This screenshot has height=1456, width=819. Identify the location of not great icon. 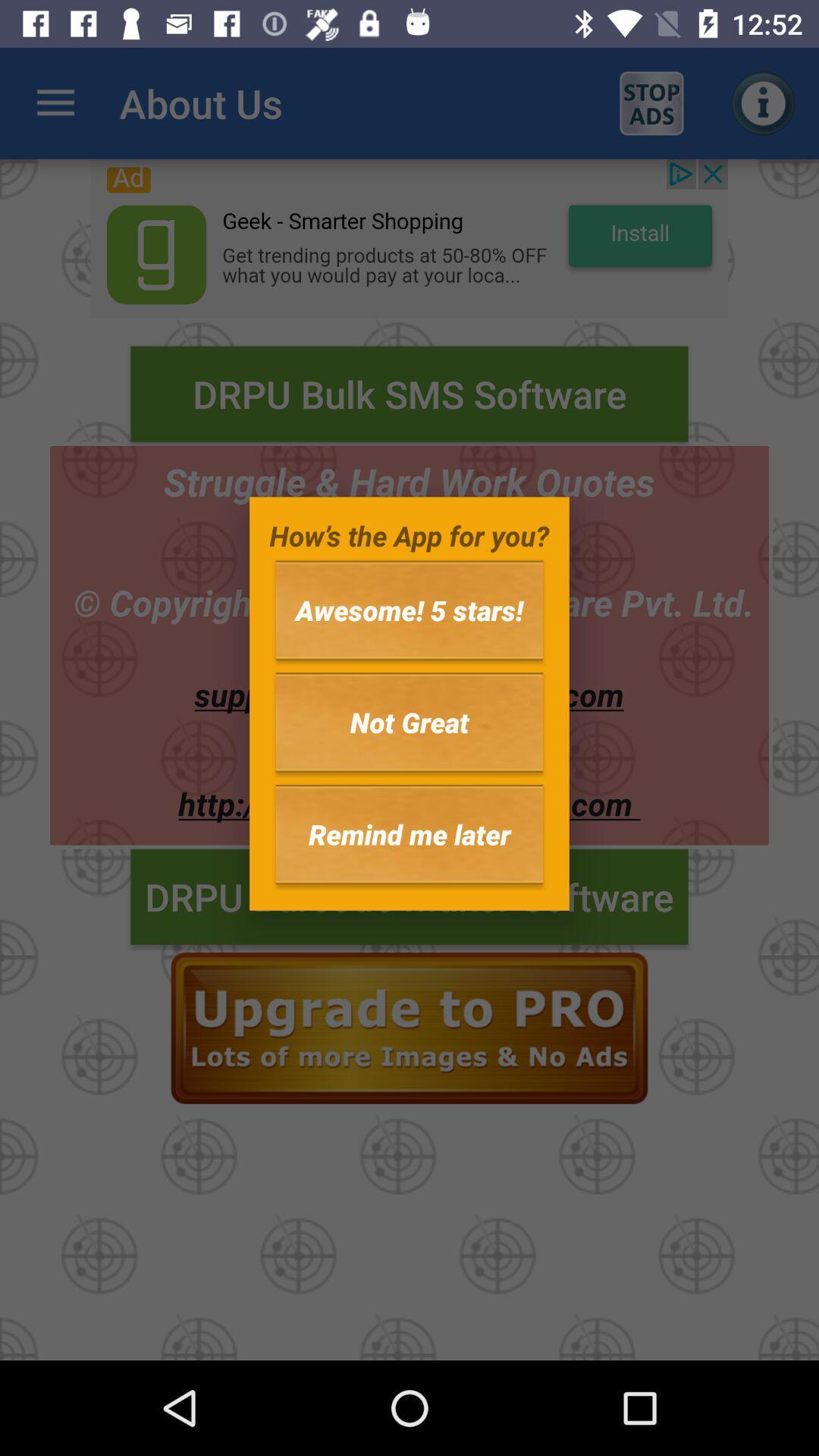
(409, 721).